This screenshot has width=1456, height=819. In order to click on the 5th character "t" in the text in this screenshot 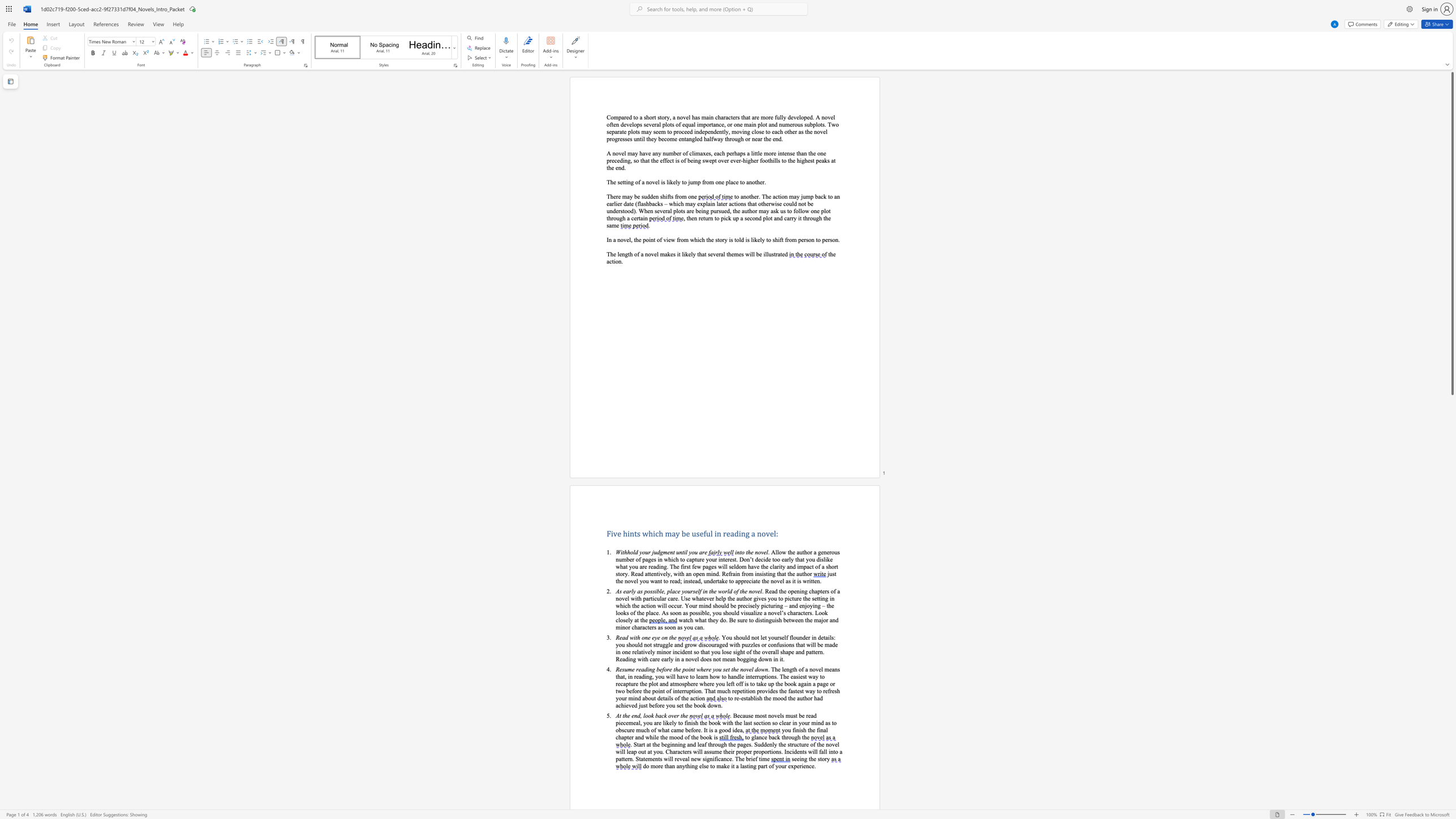, I will do `click(755, 181)`.